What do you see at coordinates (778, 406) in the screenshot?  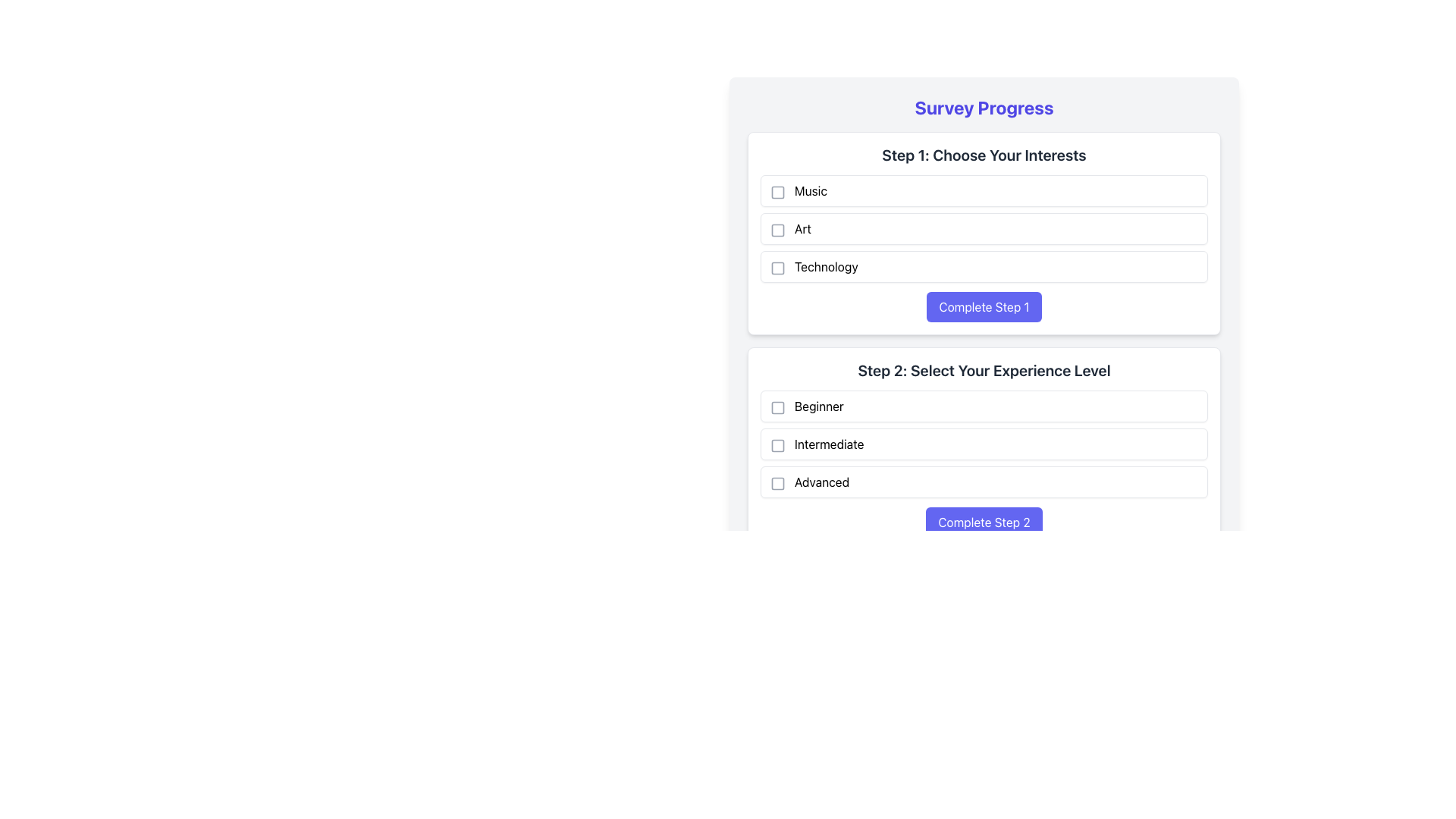 I see `the Checkbox for the 'Beginner' option, which is a square icon located to the left of the text 'Beginner' in the selection list under 'Step 2: Select Your Experience Level'` at bounding box center [778, 406].